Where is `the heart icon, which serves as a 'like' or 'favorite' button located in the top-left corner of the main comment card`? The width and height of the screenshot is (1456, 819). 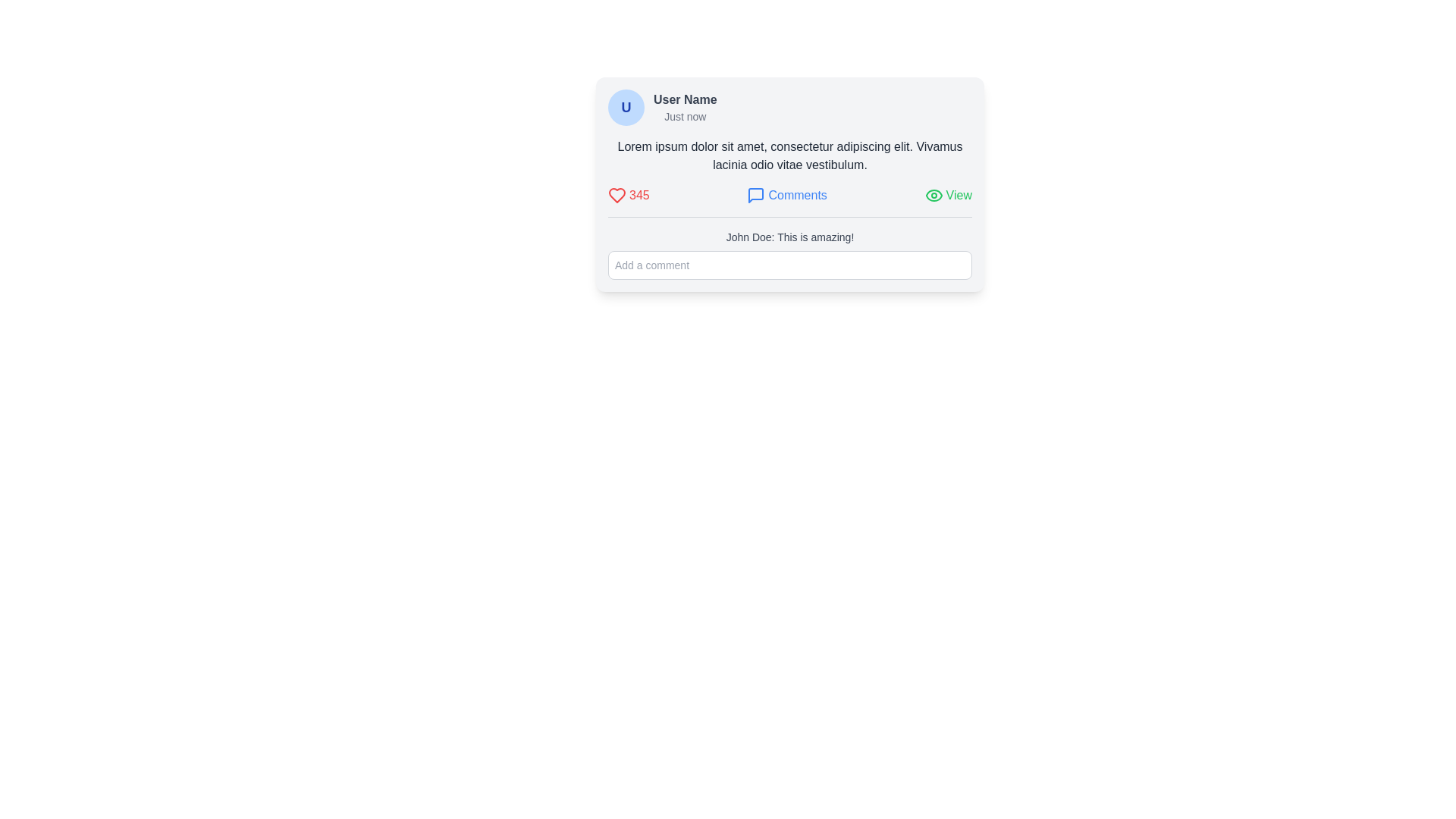
the heart icon, which serves as a 'like' or 'favorite' button located in the top-left corner of the main comment card is located at coordinates (617, 195).